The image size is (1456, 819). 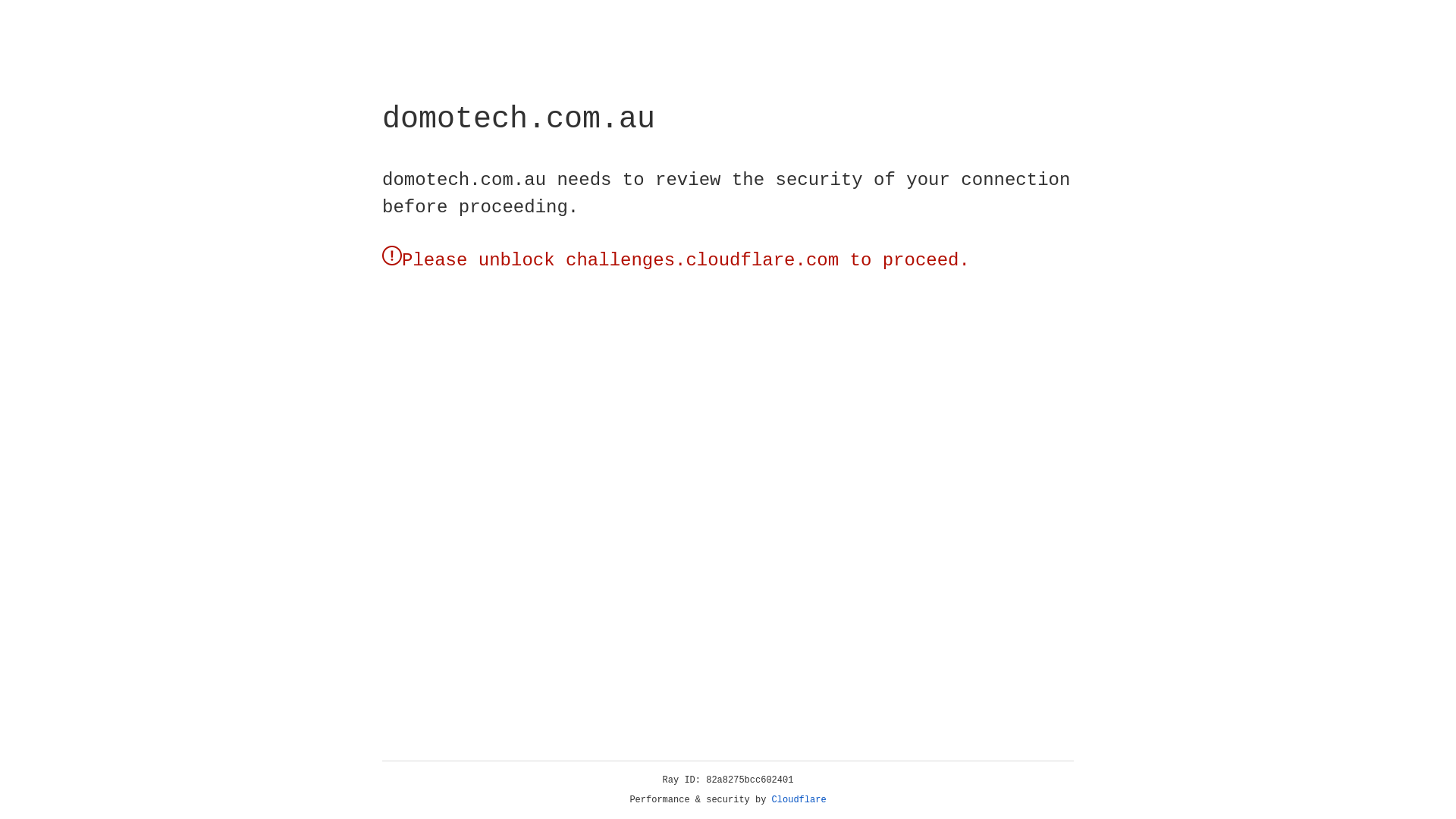 I want to click on 'Cloudflare', so click(x=799, y=799).